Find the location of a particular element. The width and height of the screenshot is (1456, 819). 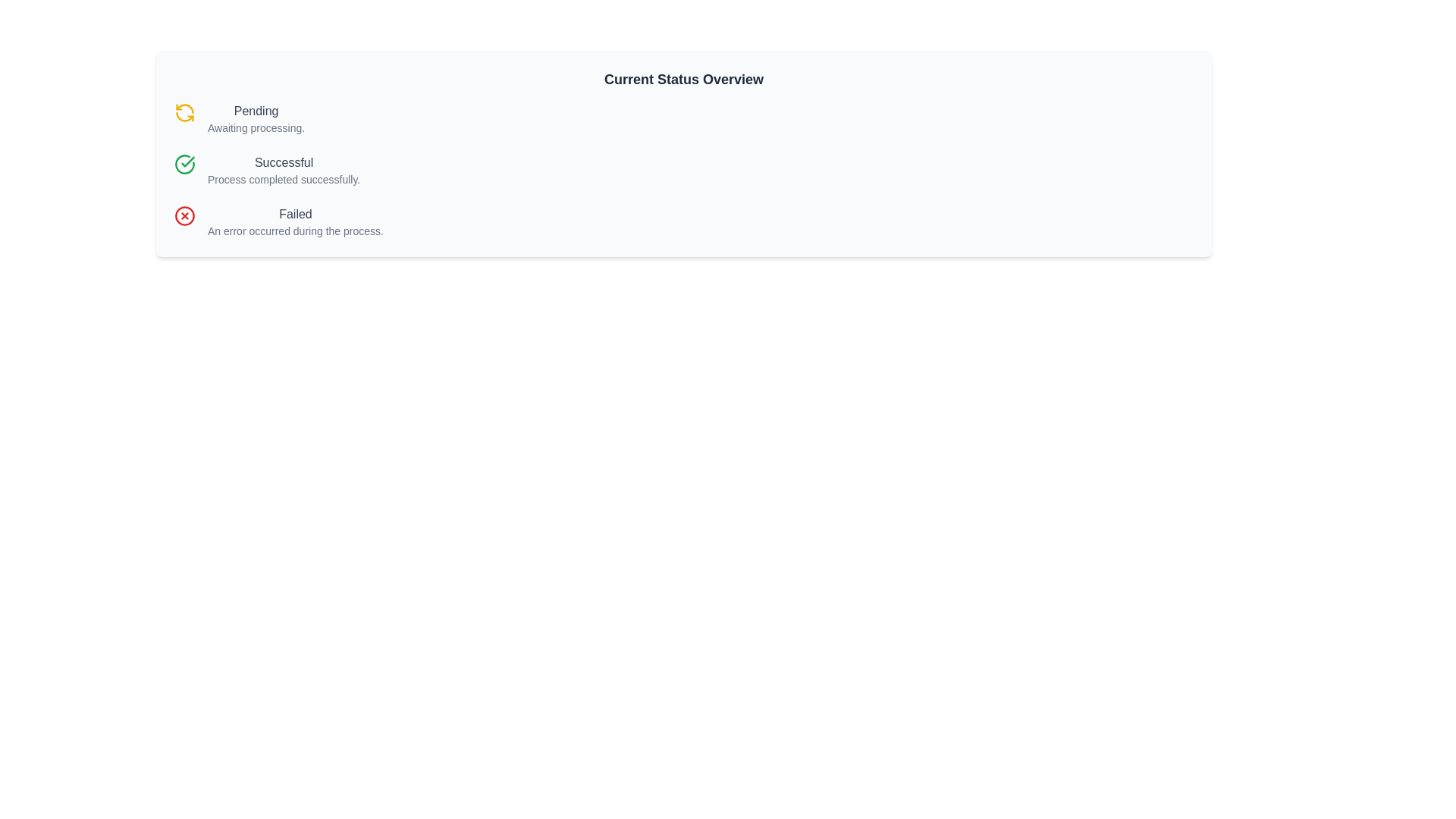

the descriptive text label that provides additional information about the process status labeled 'Failed', which is located directly beneath the 'Failed' label is located at coordinates (295, 231).